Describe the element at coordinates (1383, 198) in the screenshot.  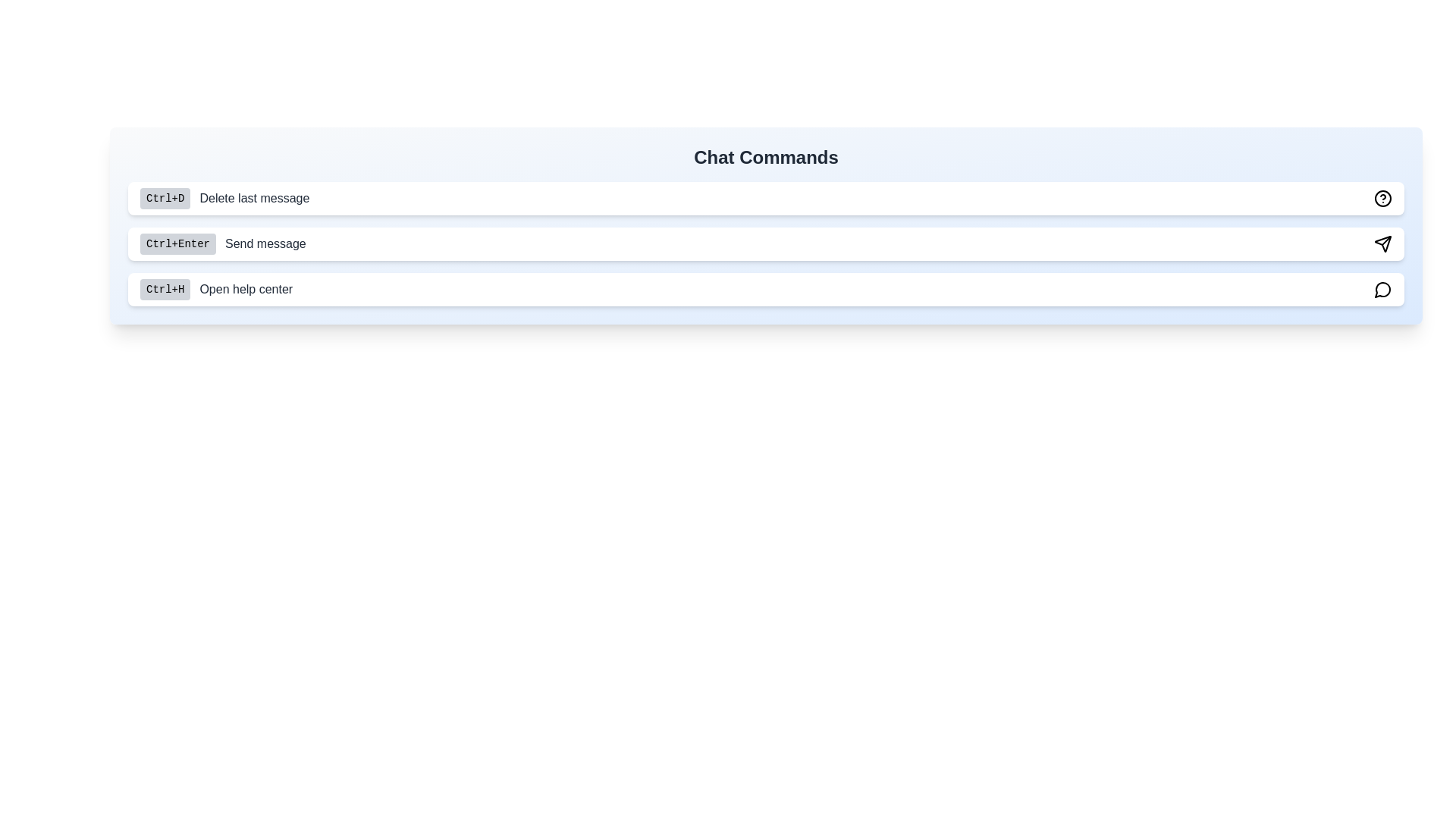
I see `the small circular icon with a question mark inside, located on the far right of the first command bar titled 'Delete last message'` at that location.